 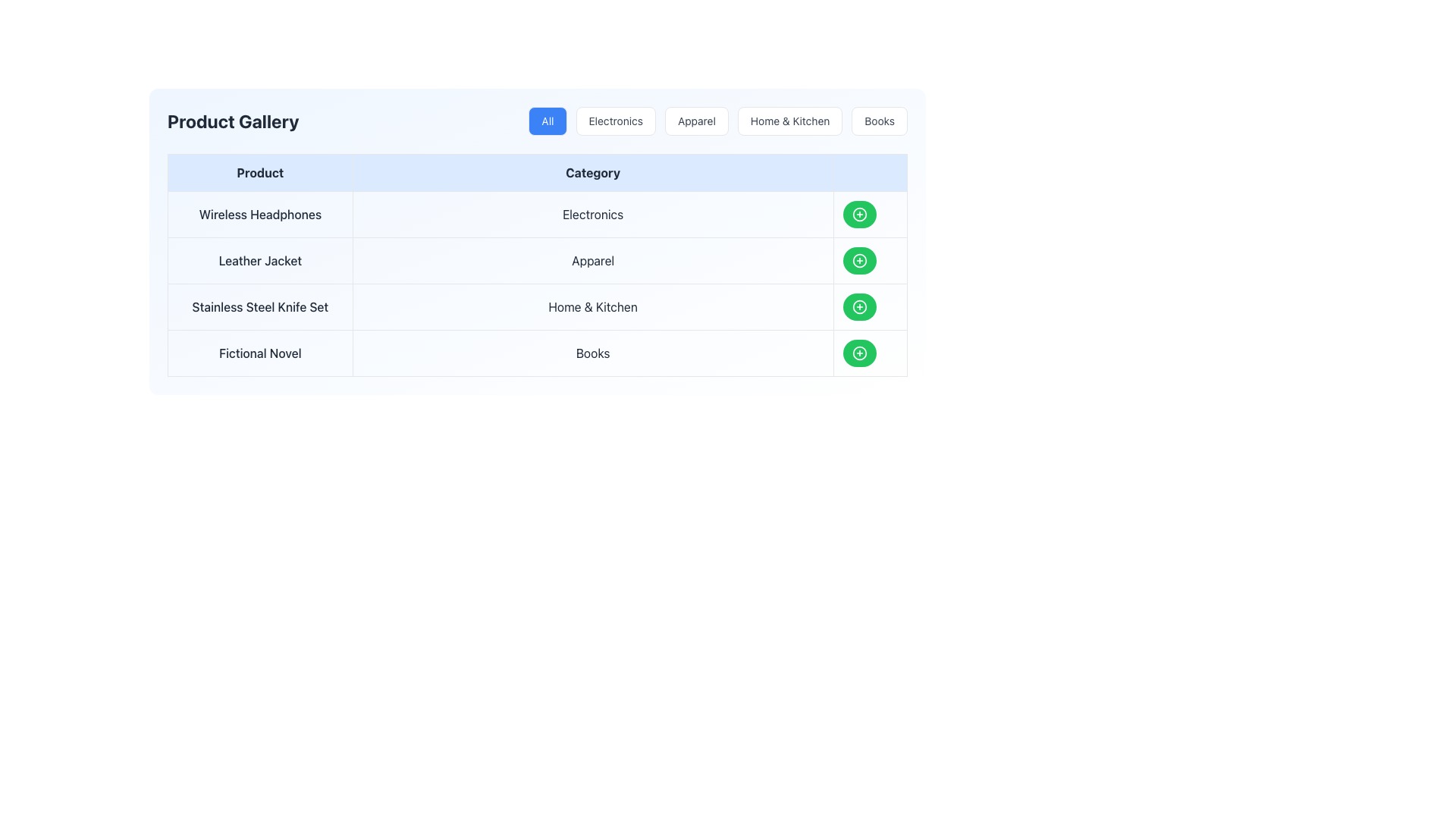 What do you see at coordinates (538, 259) in the screenshot?
I see `the row entry in the categorized table that displays 'Leather Jacket' on the left and 'Apparel' on the right, which is the second row in the table` at bounding box center [538, 259].